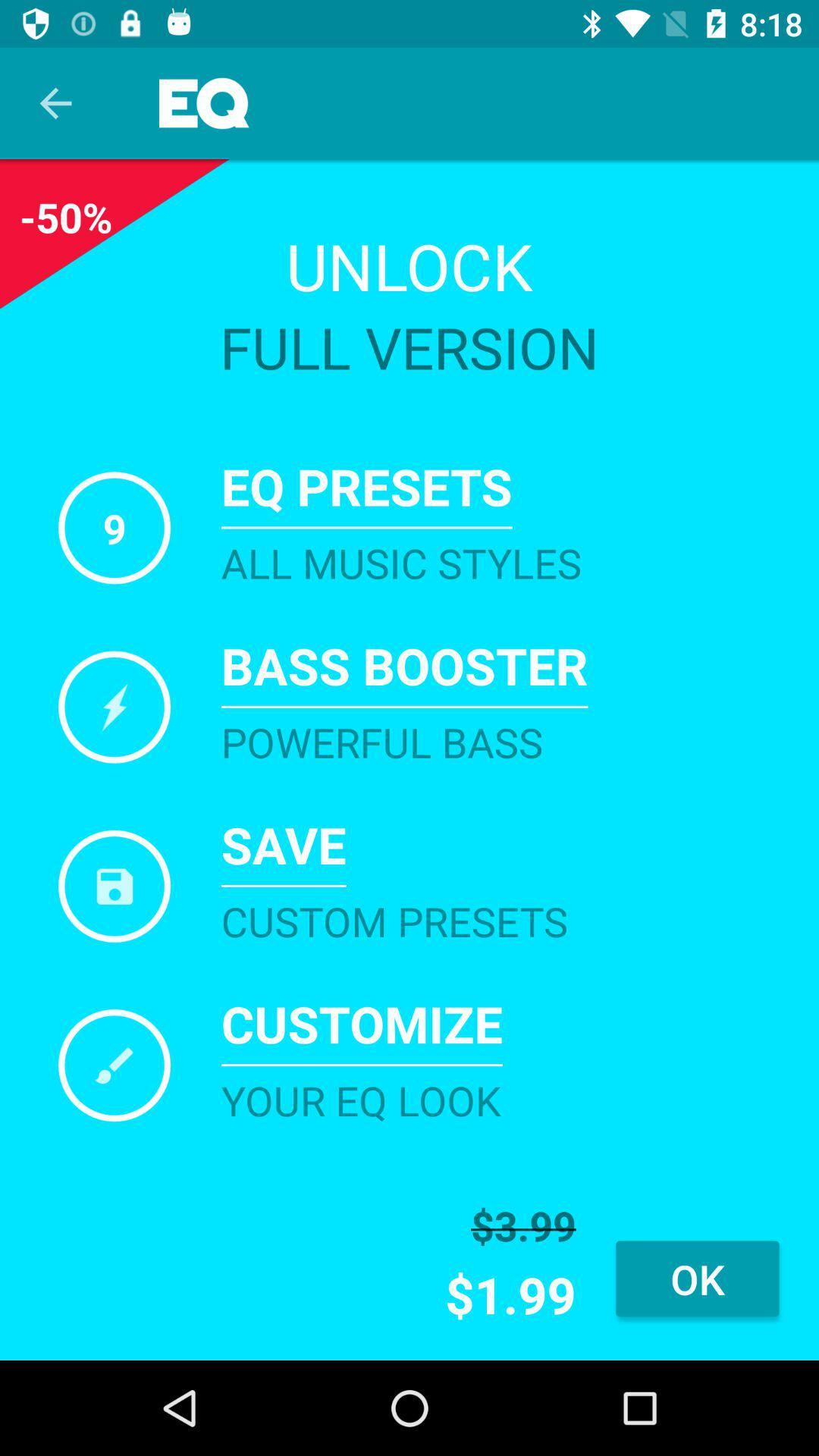  What do you see at coordinates (55, 102) in the screenshot?
I see `icon above -50% item` at bounding box center [55, 102].